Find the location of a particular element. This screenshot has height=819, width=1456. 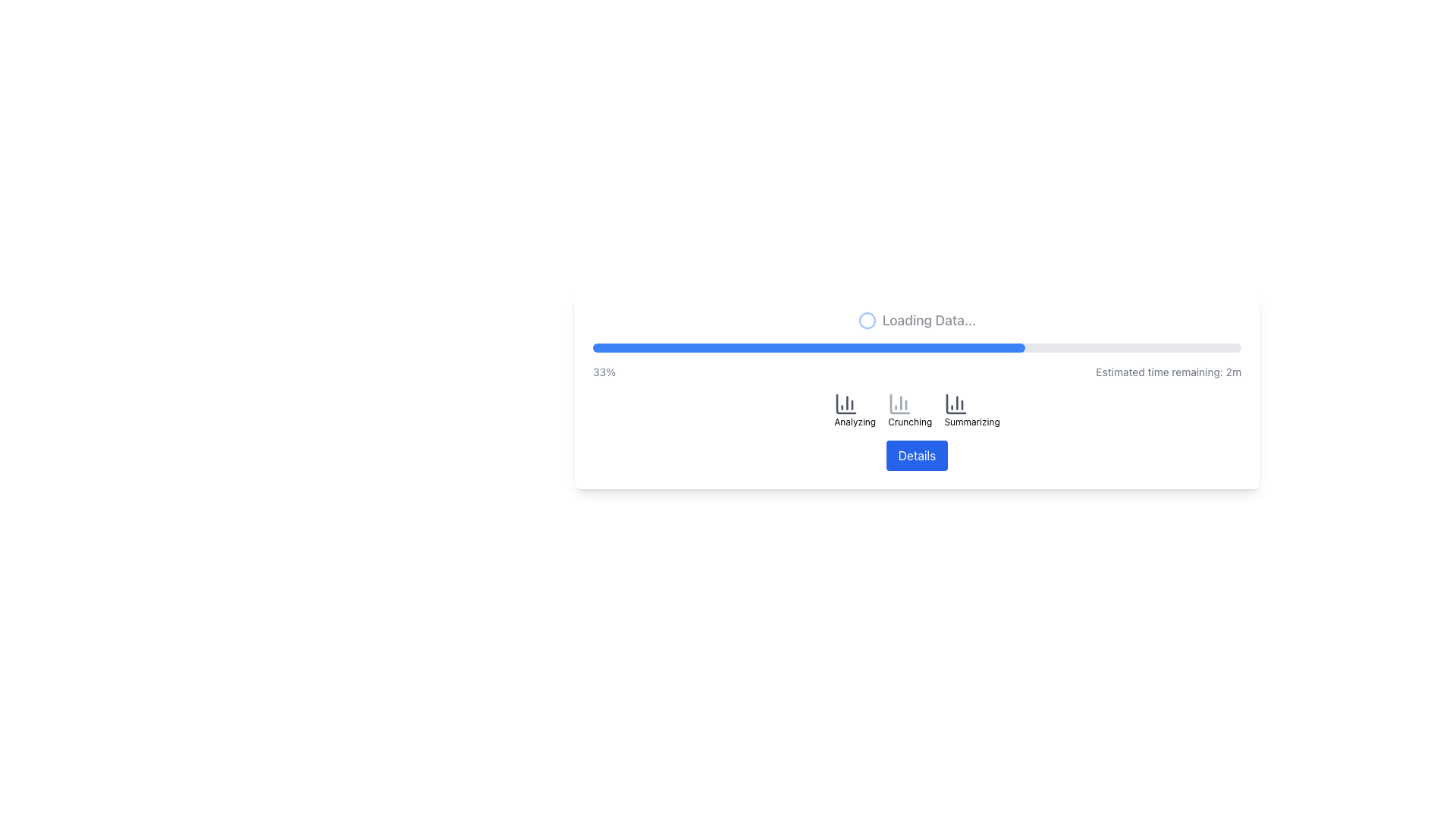

the status represented by the 'Analyzing' icon in the visual progress indicator, which is the first icon in a row at the bottom of the progress bar is located at coordinates (846, 403).